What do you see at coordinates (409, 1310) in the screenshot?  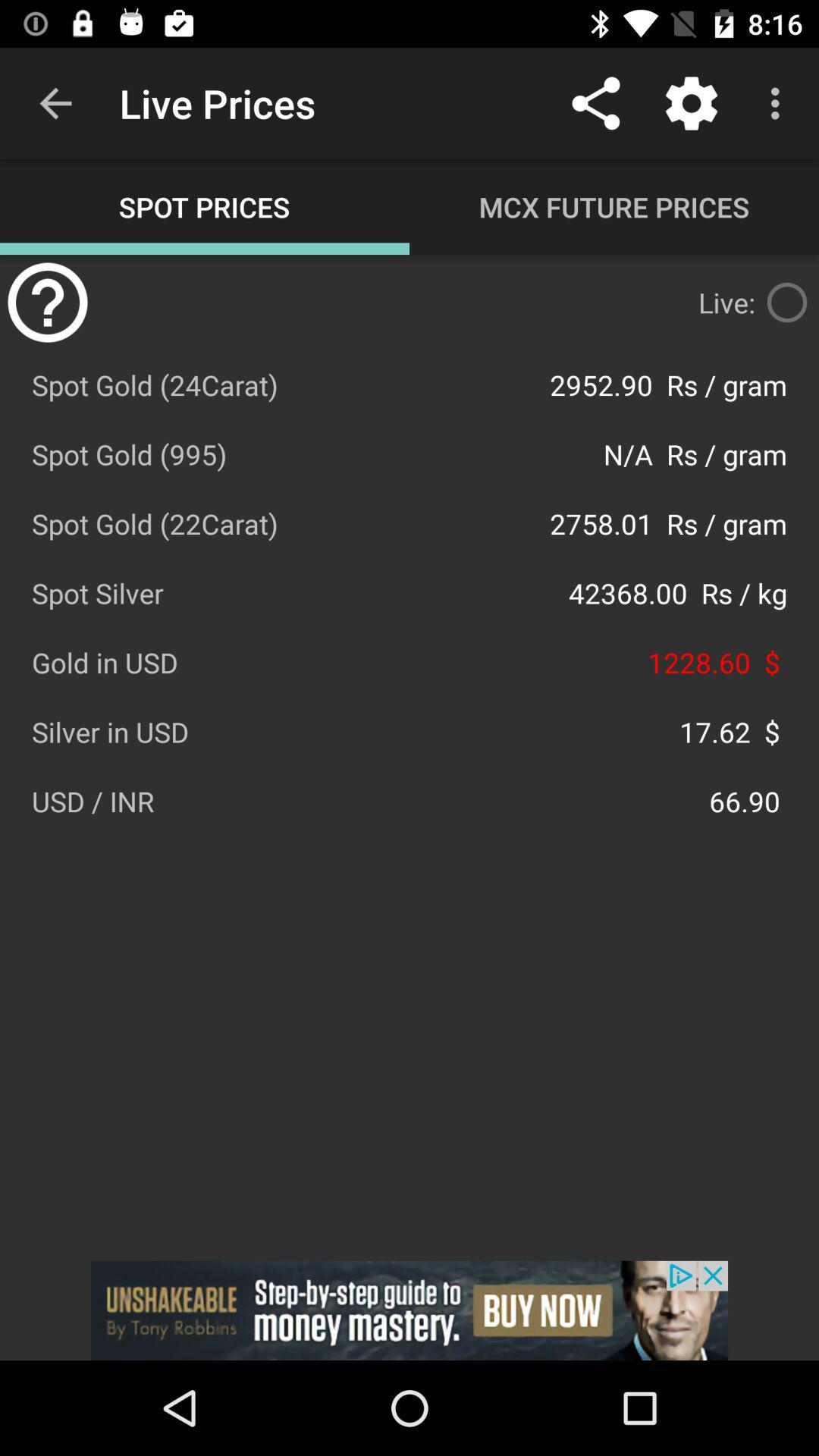 I see `advertisemen link` at bounding box center [409, 1310].